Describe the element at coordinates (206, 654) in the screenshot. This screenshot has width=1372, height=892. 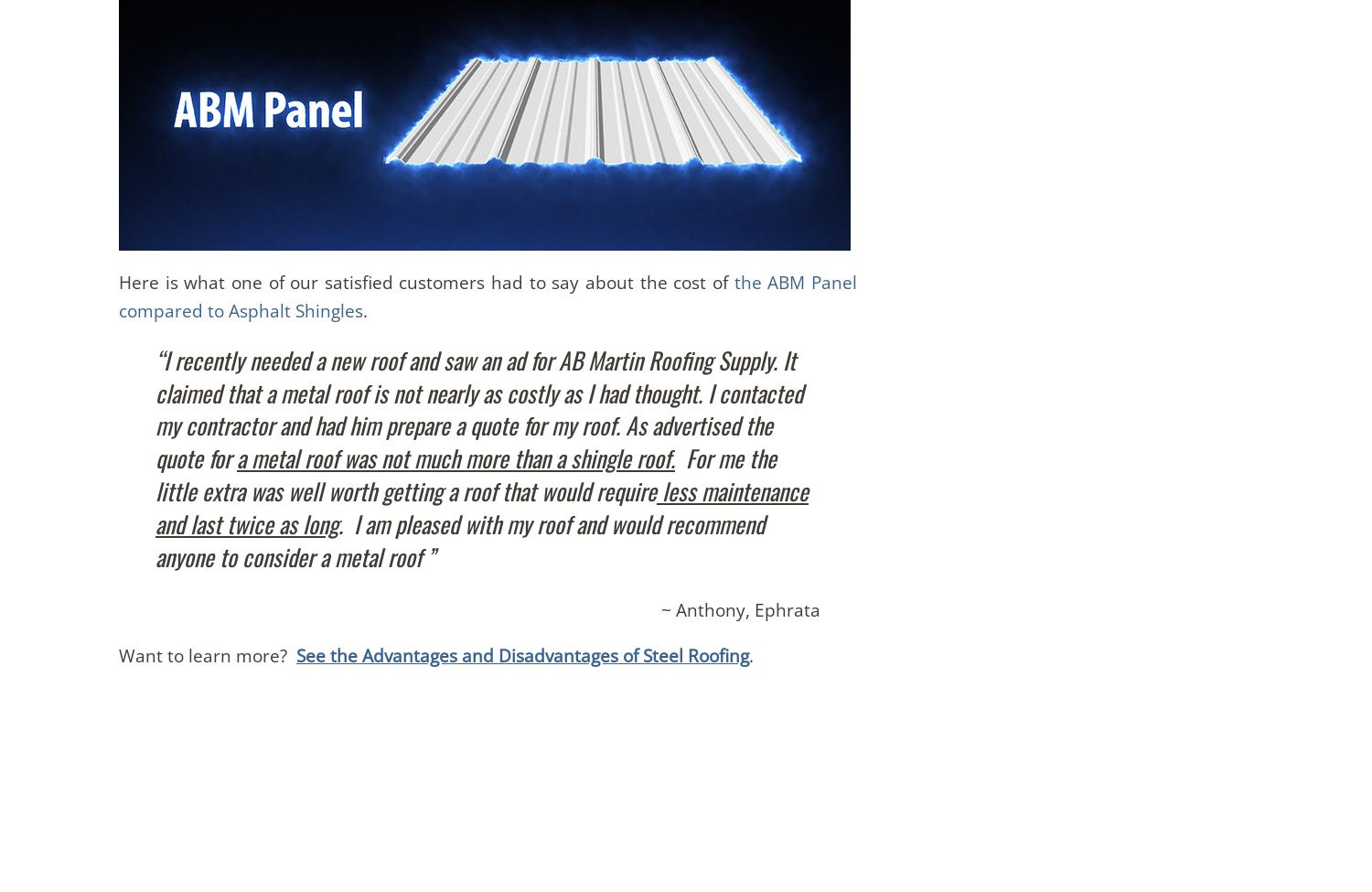
I see `'Want to learn more?'` at that location.